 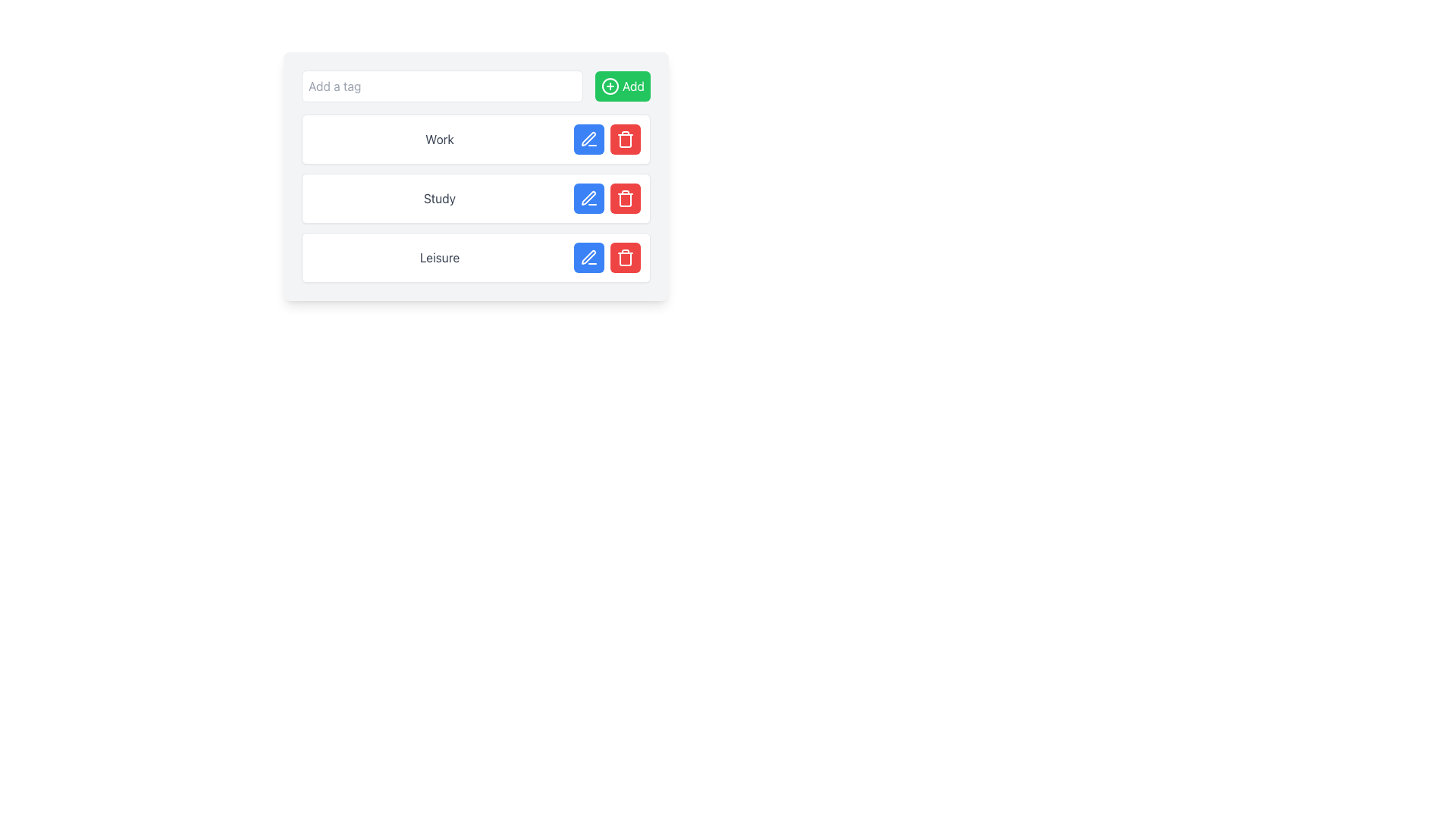 I want to click on the trash icon button with a red background, located to the right of the 'Leisure' label in the vertical list, so click(x=626, y=256).